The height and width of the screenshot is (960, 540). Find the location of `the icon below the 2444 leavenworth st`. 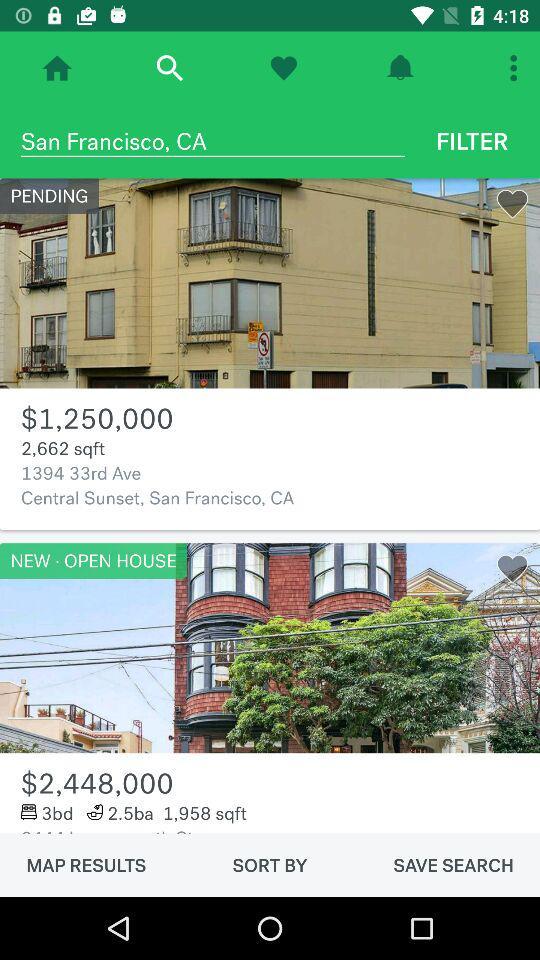

the icon below the 2444 leavenworth st is located at coordinates (453, 864).